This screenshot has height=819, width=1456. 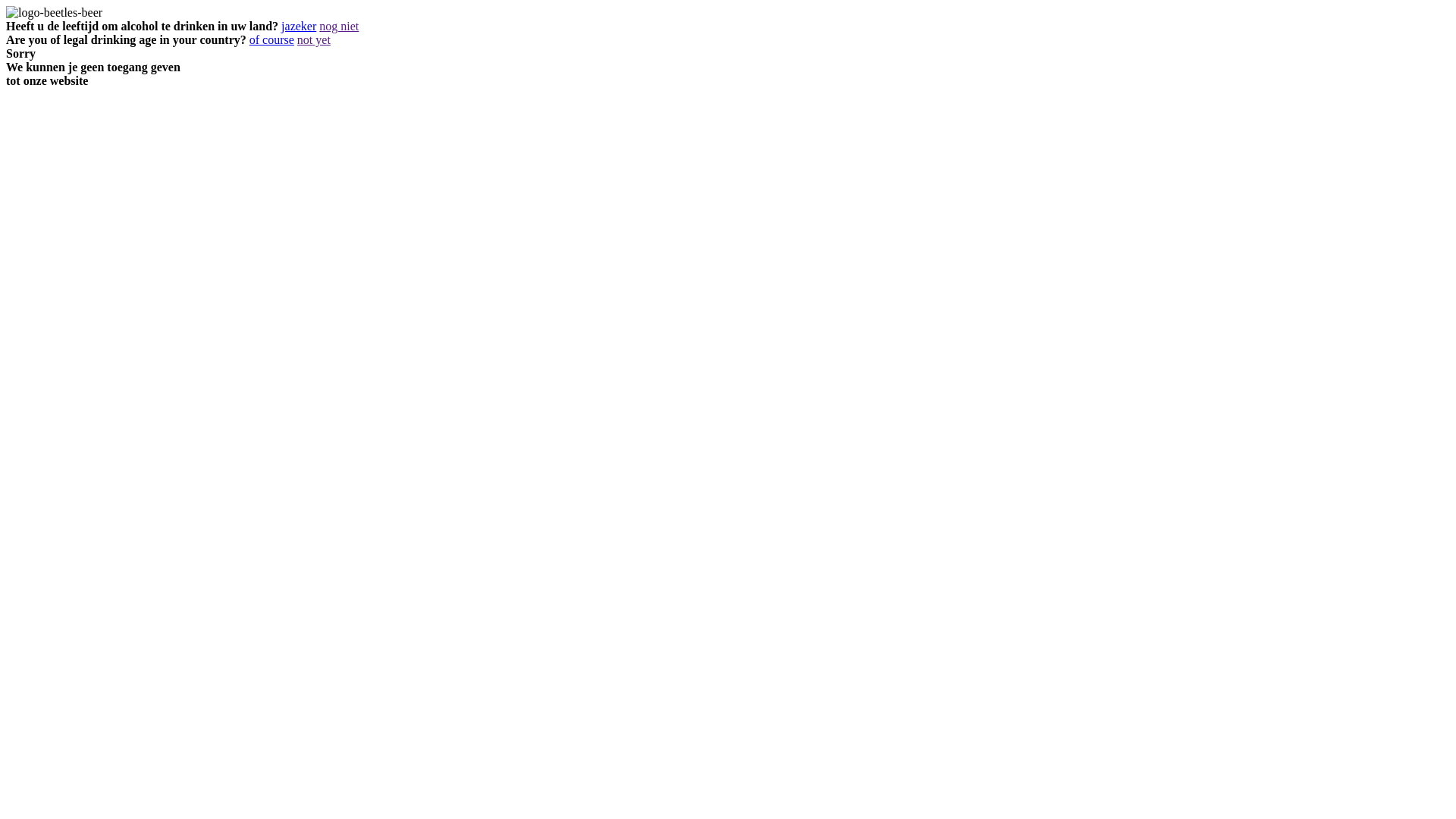 I want to click on 'logo-beetles-beer', so click(x=54, y=12).